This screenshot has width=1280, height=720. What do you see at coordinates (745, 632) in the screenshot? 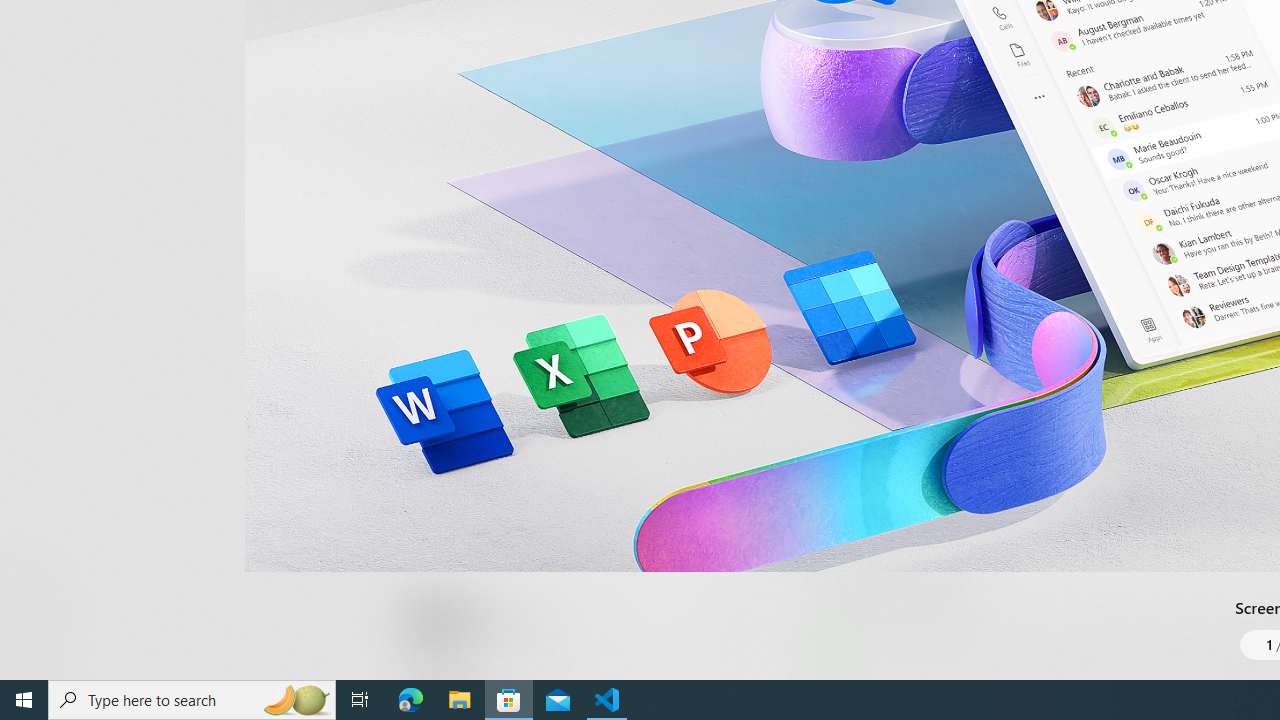
I see `'Share'` at bounding box center [745, 632].